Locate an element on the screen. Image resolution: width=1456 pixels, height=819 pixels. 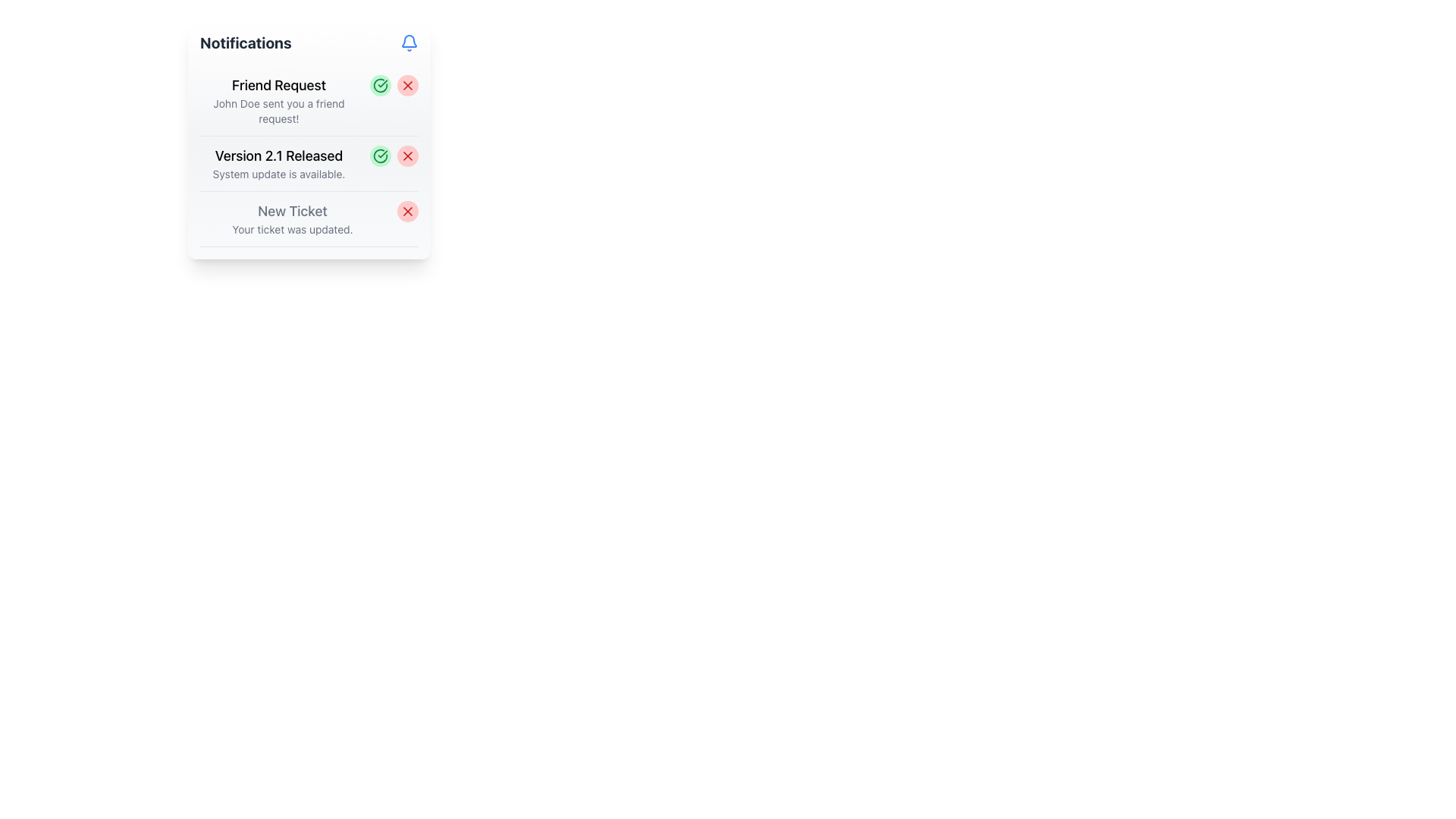
the dismiss button with an icon located to the right of the 'New Ticket' notification text in the third notification item is located at coordinates (407, 211).